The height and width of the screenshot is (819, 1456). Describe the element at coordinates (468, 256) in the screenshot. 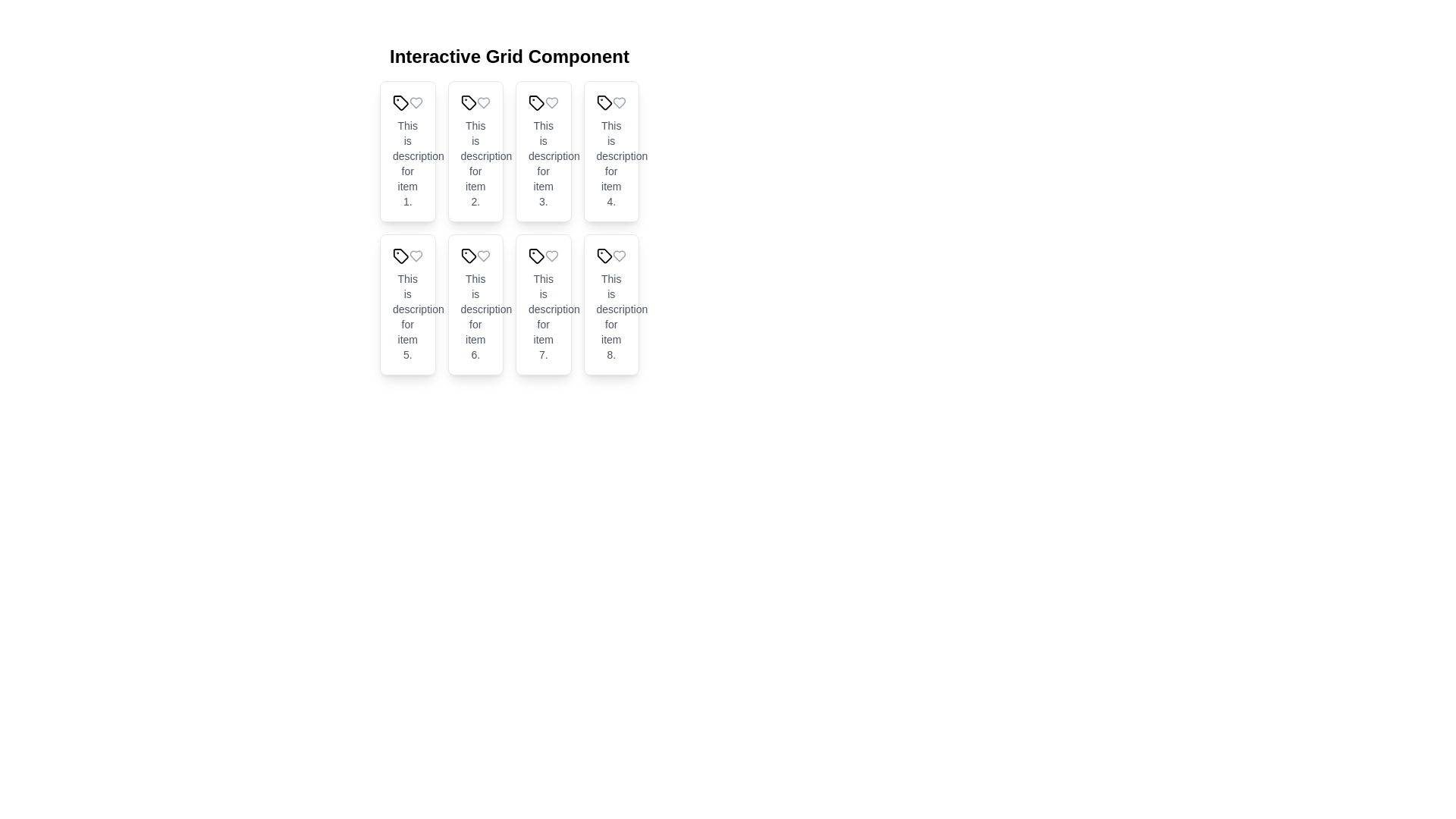

I see `the icon resembling a tag located next to the text 'Tile 6' in the grid layout` at that location.